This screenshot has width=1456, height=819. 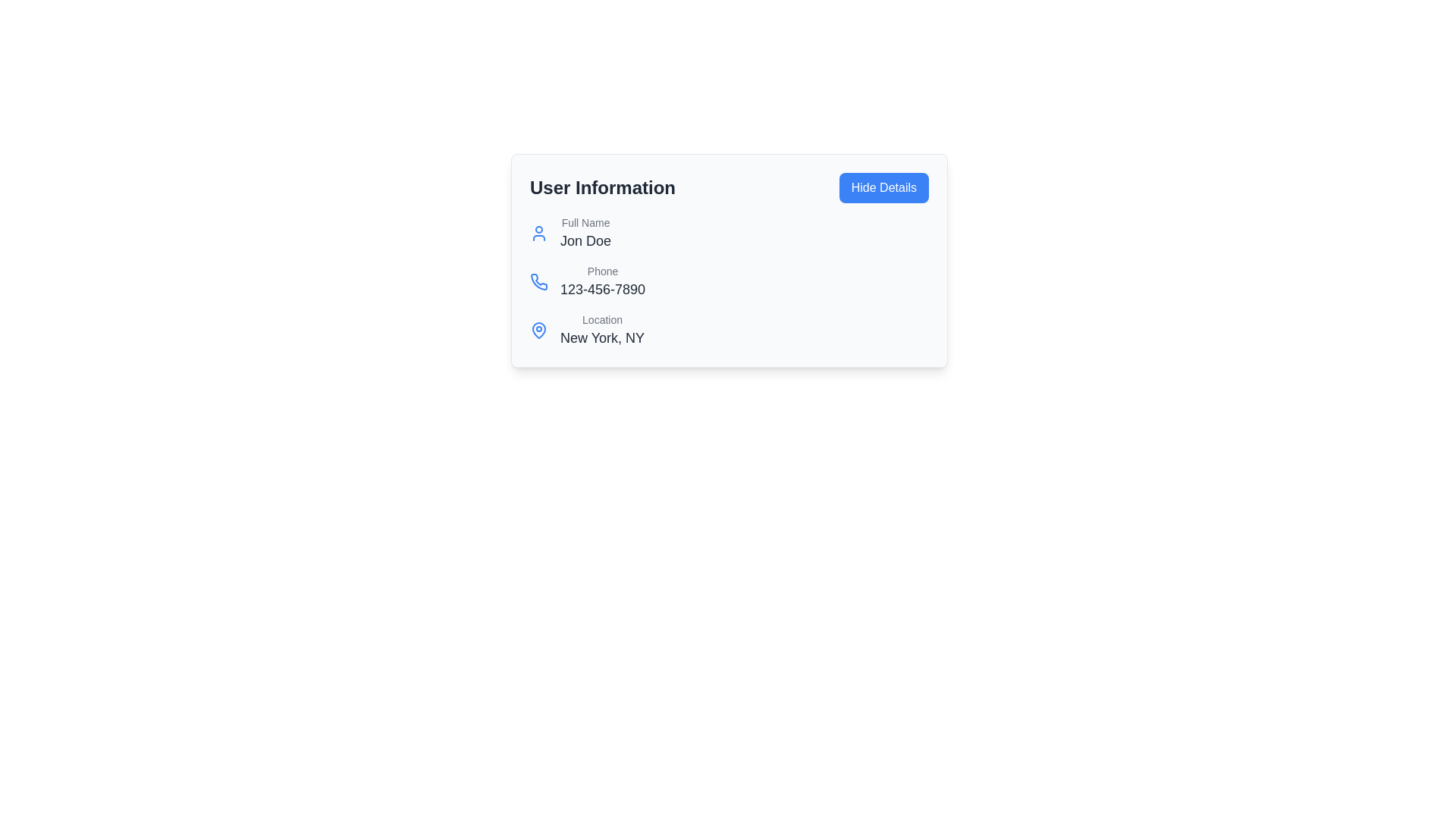 What do you see at coordinates (538, 281) in the screenshot?
I see `the phone icon located in the 'User Information' section, which is positioned to the left of the text '123-456-7890'` at bounding box center [538, 281].